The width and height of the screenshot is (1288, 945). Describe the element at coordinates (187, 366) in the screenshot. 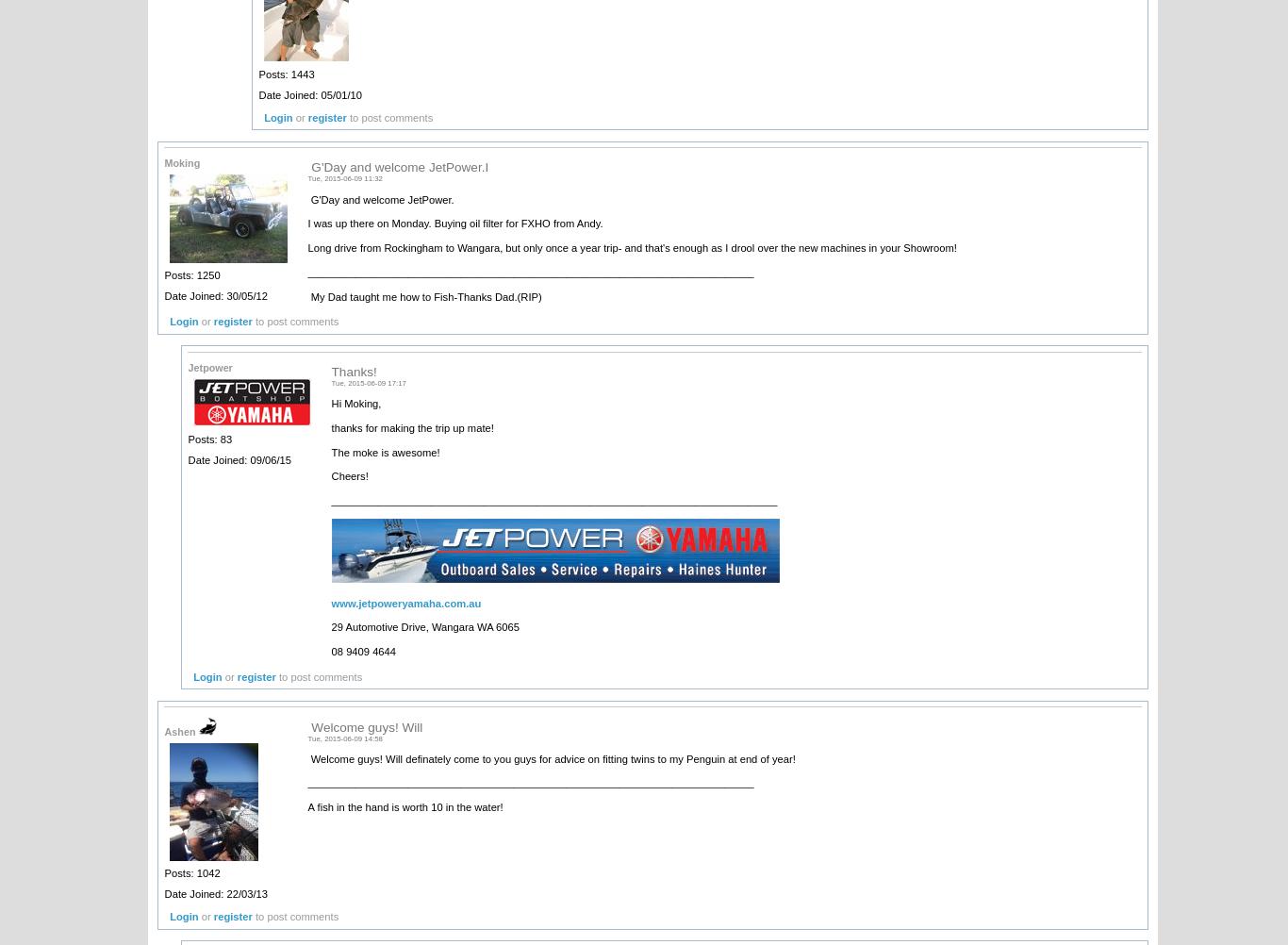

I see `'Jetpower'` at that location.